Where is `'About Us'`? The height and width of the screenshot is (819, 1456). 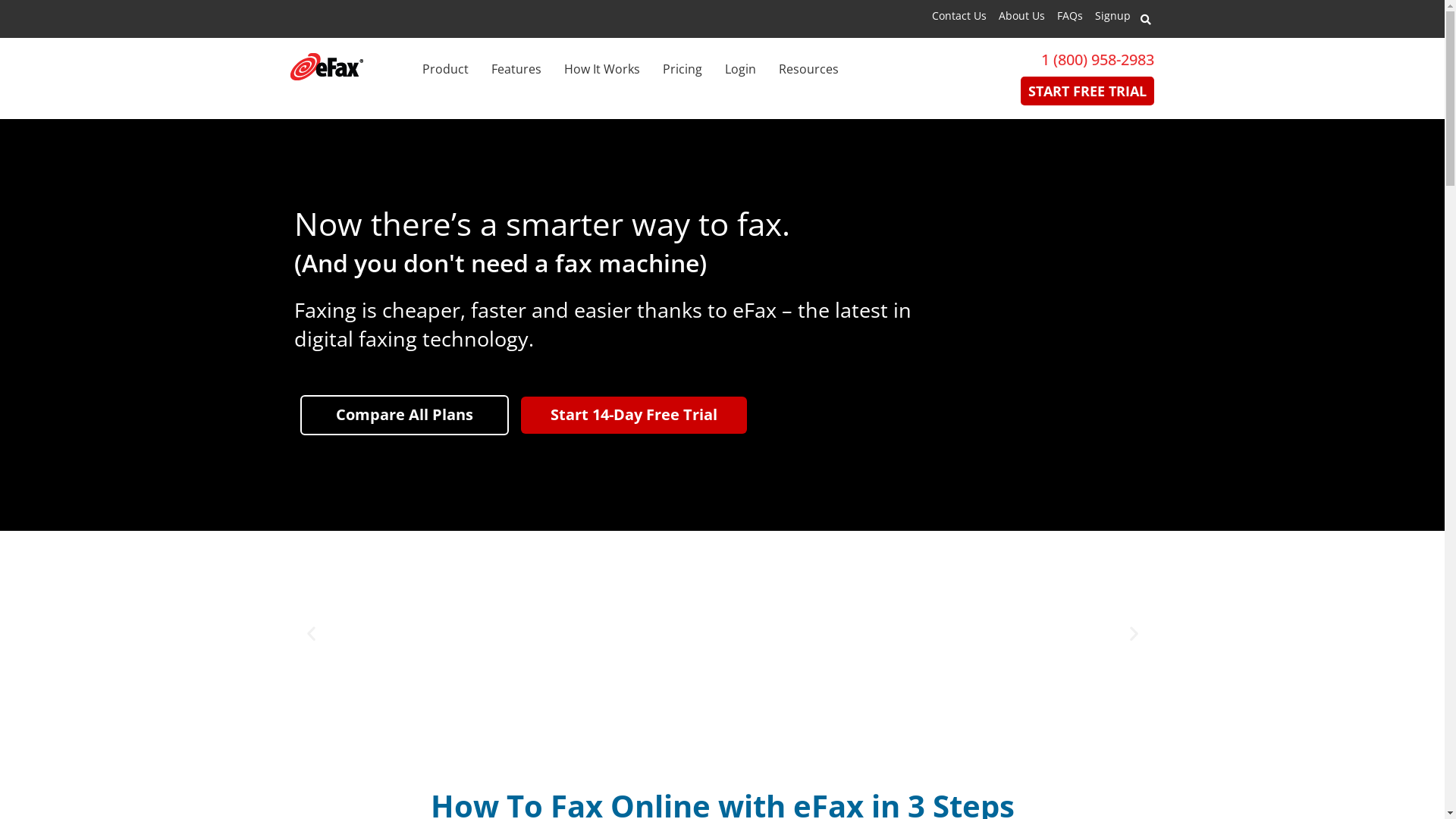
'About Us' is located at coordinates (1021, 15).